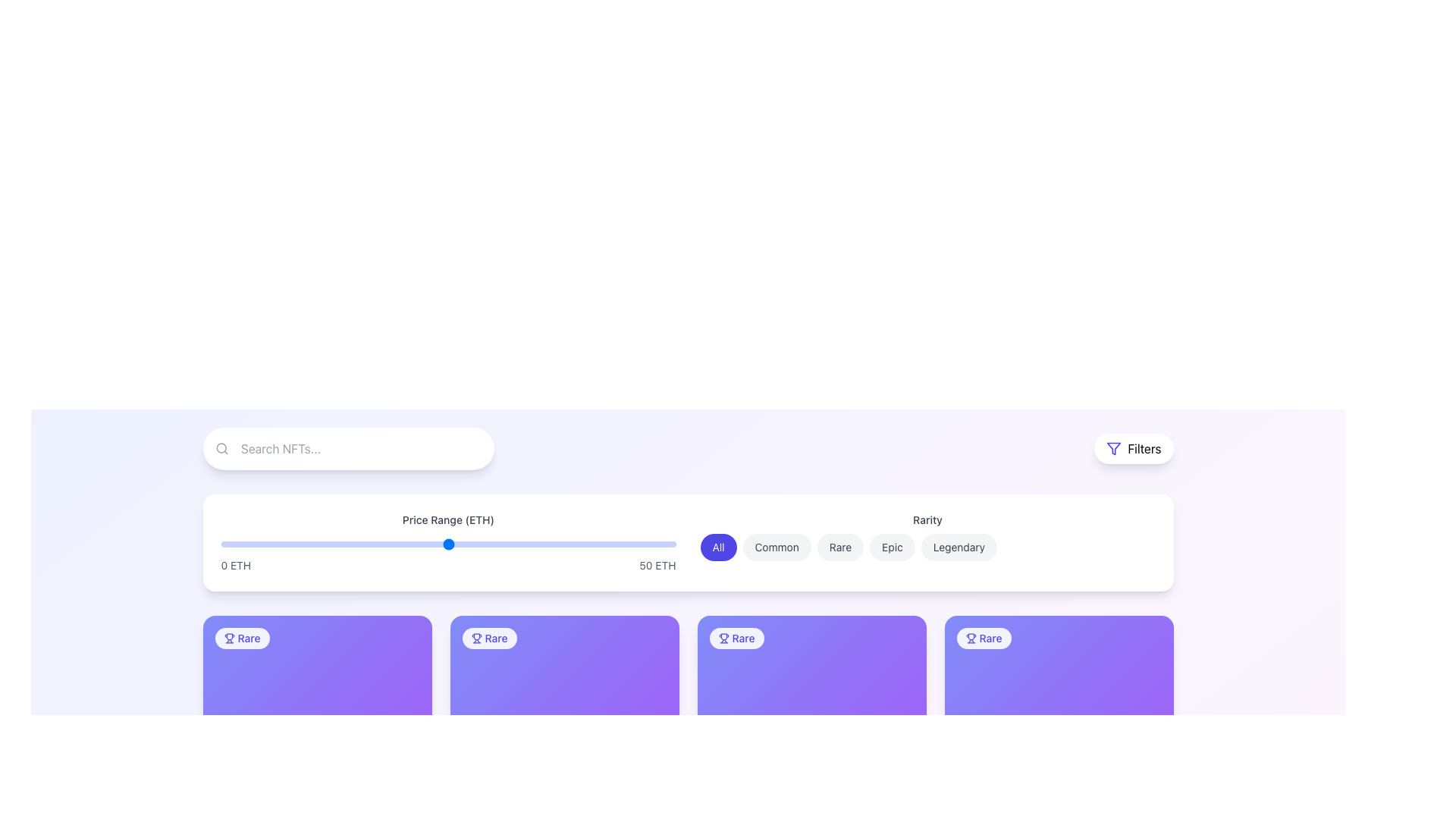 This screenshot has height=819, width=1456. Describe the element at coordinates (777, 547) in the screenshot. I see `the 'Common' rarity filter button located in the upper-mid section of the interface, positioned between the 'All' and 'Rare' buttons, to adjust the displayed items accordingly` at that location.